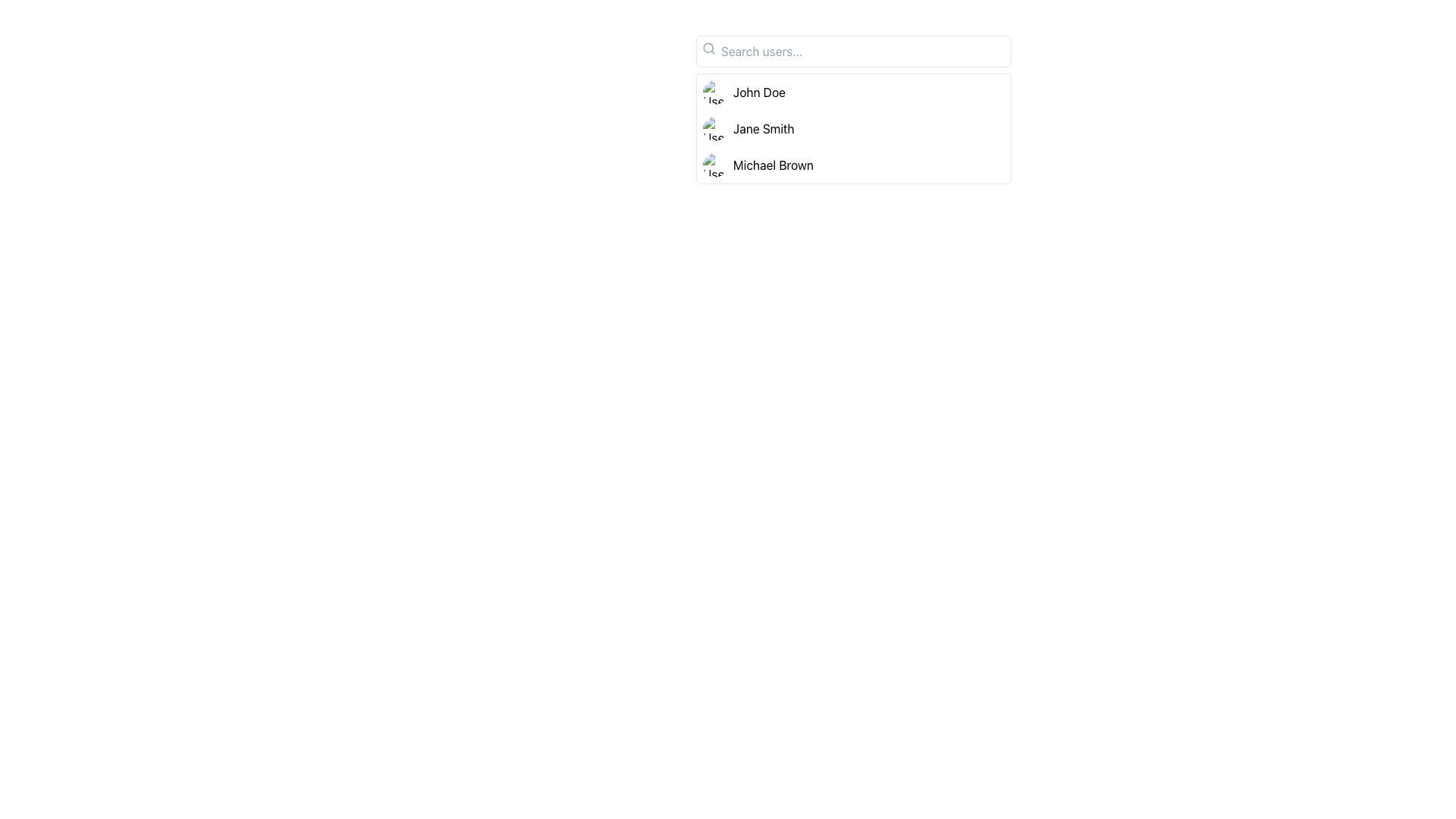 The image size is (1456, 819). I want to click on the first list item entry labeled 'John Doe', which features a circular avatar image on the left, so click(854, 93).